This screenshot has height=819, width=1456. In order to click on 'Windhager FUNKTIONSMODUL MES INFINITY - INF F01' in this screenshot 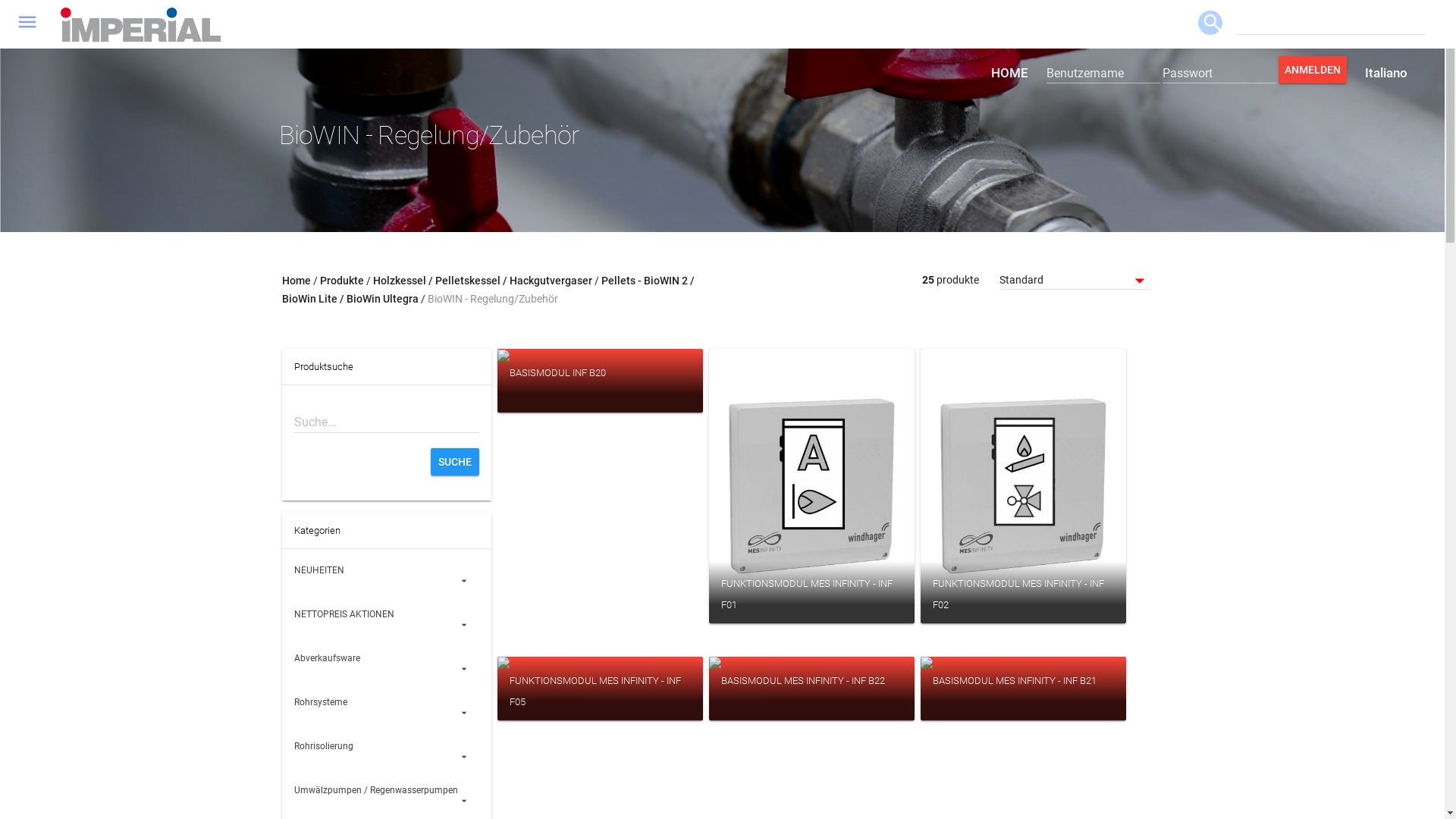, I will do `click(811, 485)`.